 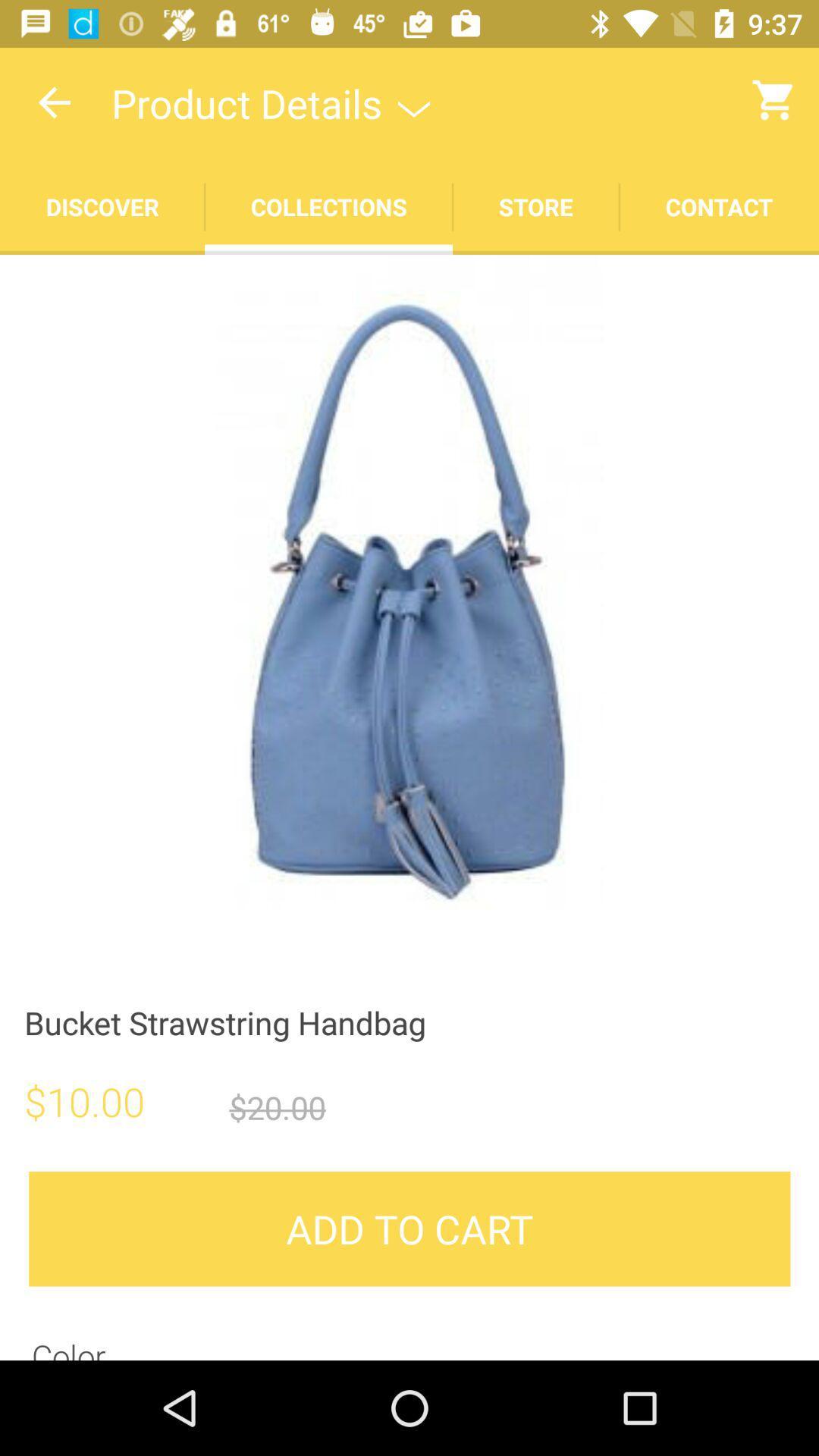 What do you see at coordinates (775, 99) in the screenshot?
I see `the icon which is at the top right of the page` at bounding box center [775, 99].